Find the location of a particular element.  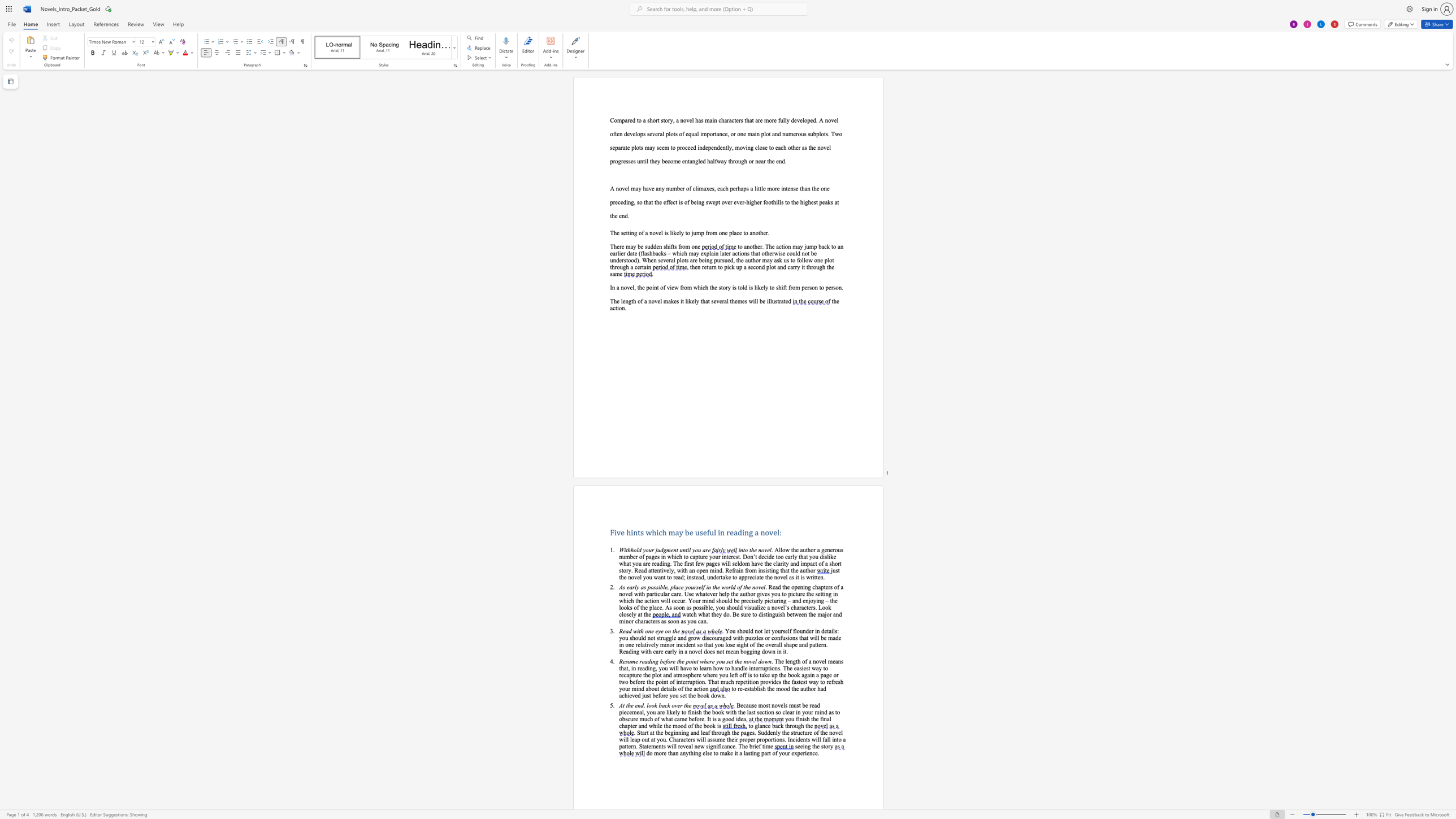

the 3th character "t" in the text is located at coordinates (664, 577).